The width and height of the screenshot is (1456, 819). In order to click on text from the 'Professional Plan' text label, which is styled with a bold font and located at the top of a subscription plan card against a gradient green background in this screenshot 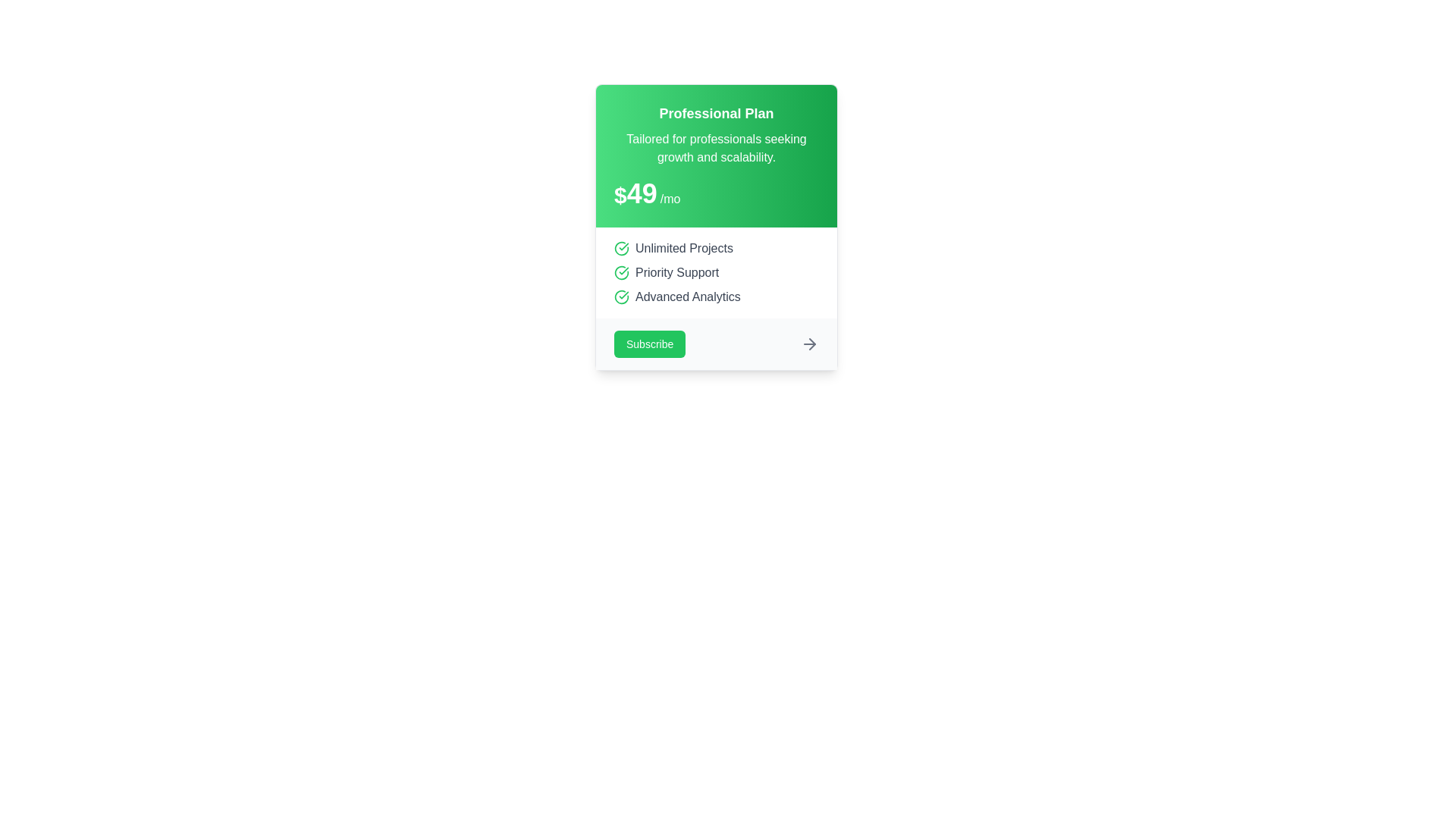, I will do `click(716, 113)`.